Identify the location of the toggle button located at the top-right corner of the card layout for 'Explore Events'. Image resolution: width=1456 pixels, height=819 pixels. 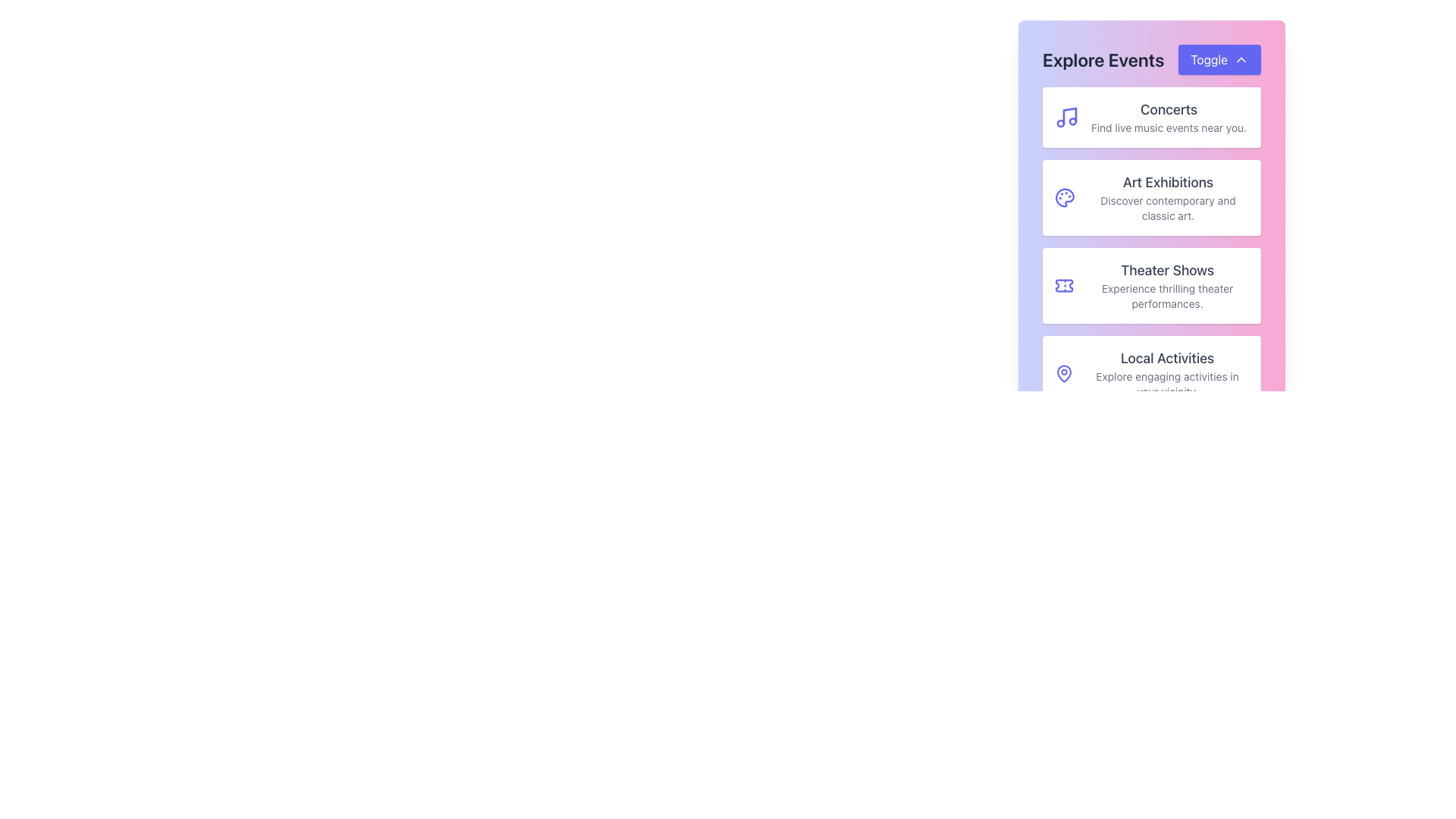
(1219, 58).